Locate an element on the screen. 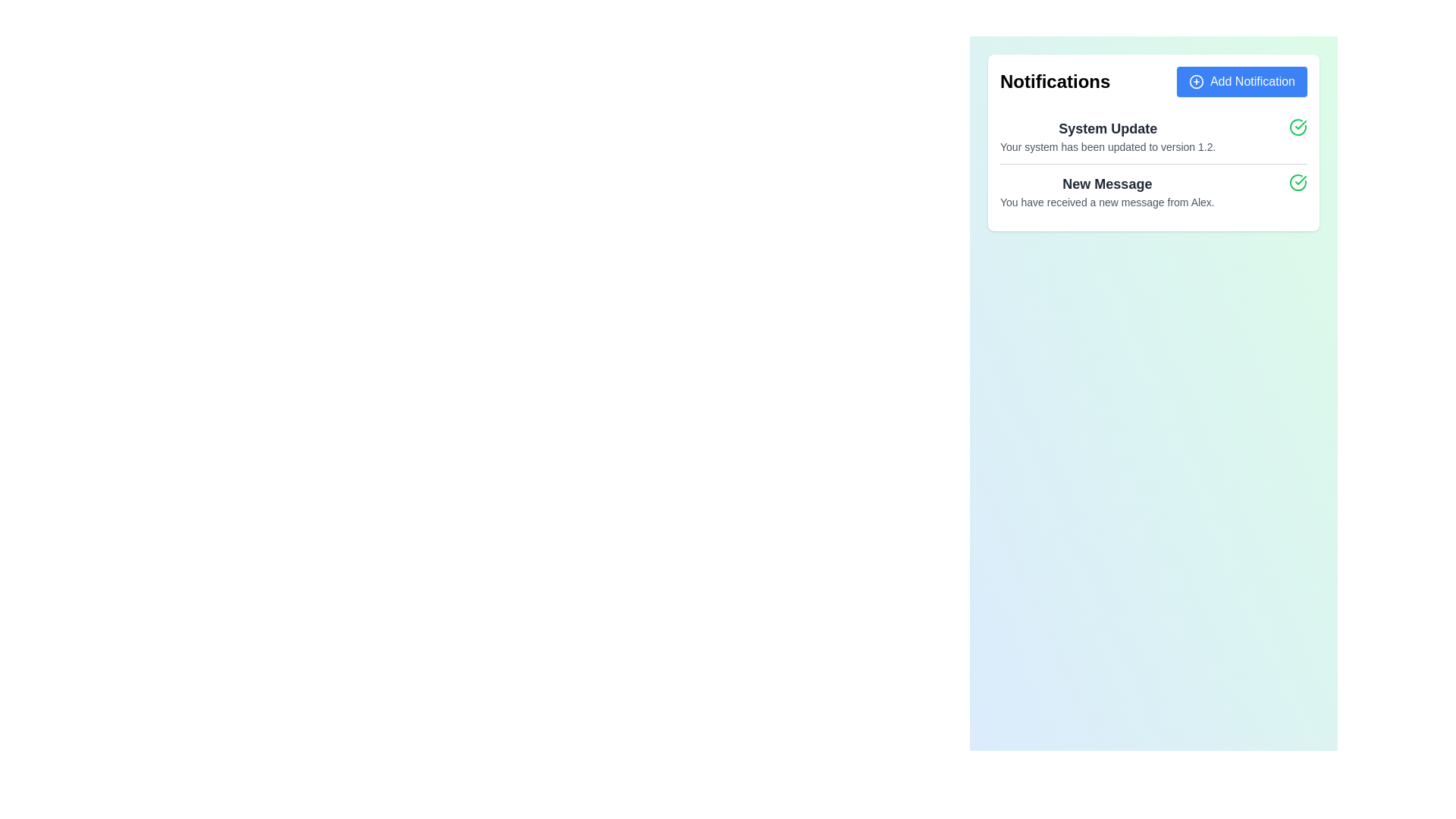 The width and height of the screenshot is (1456, 819). the circular icon part of the 'Add Notification' button located in the top-right corner of the notification panel is located at coordinates (1195, 82).